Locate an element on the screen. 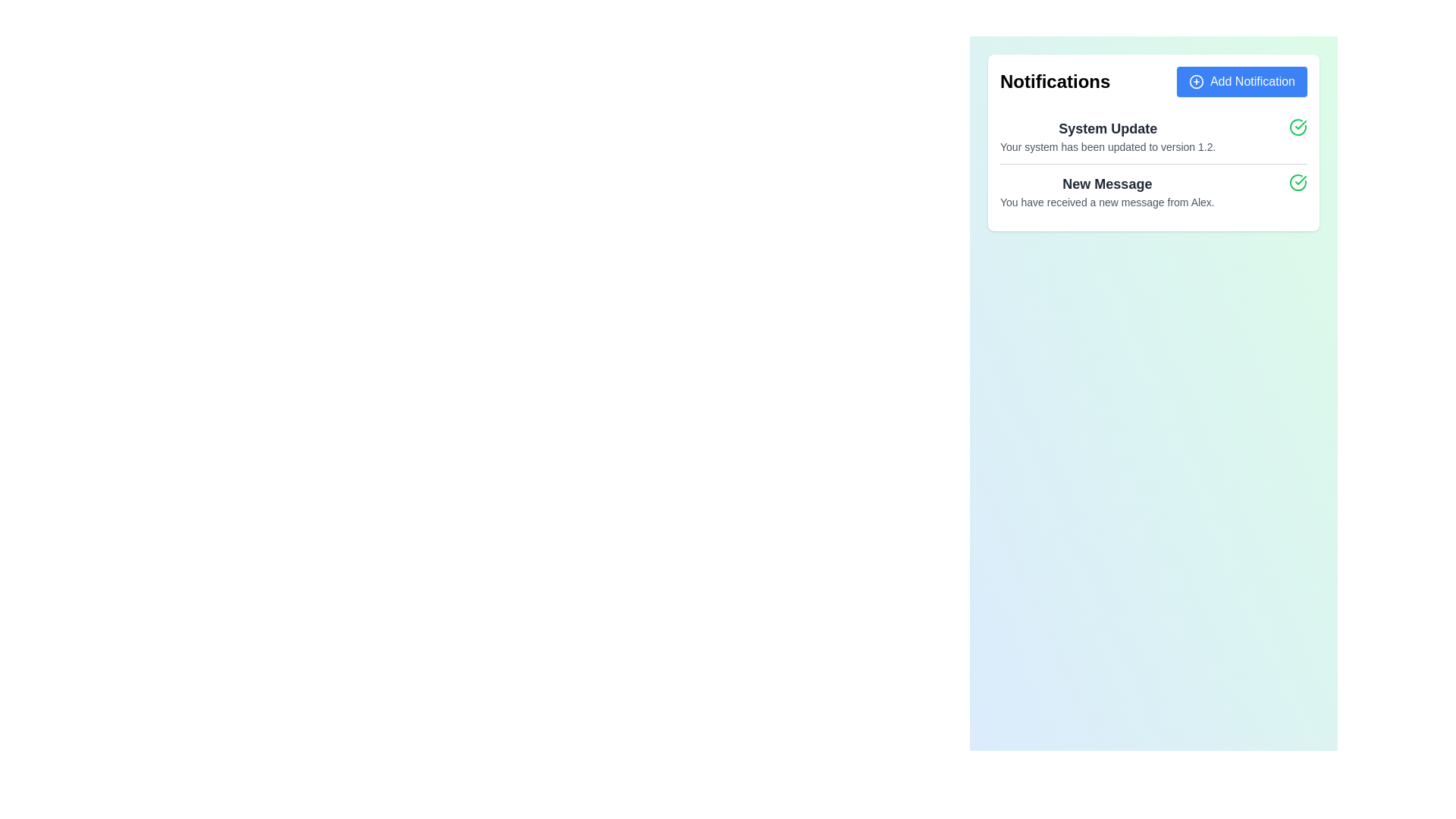 The width and height of the screenshot is (1456, 819). the circular icon part of the 'Add Notification' button located in the top-right corner of the notification panel is located at coordinates (1195, 82).